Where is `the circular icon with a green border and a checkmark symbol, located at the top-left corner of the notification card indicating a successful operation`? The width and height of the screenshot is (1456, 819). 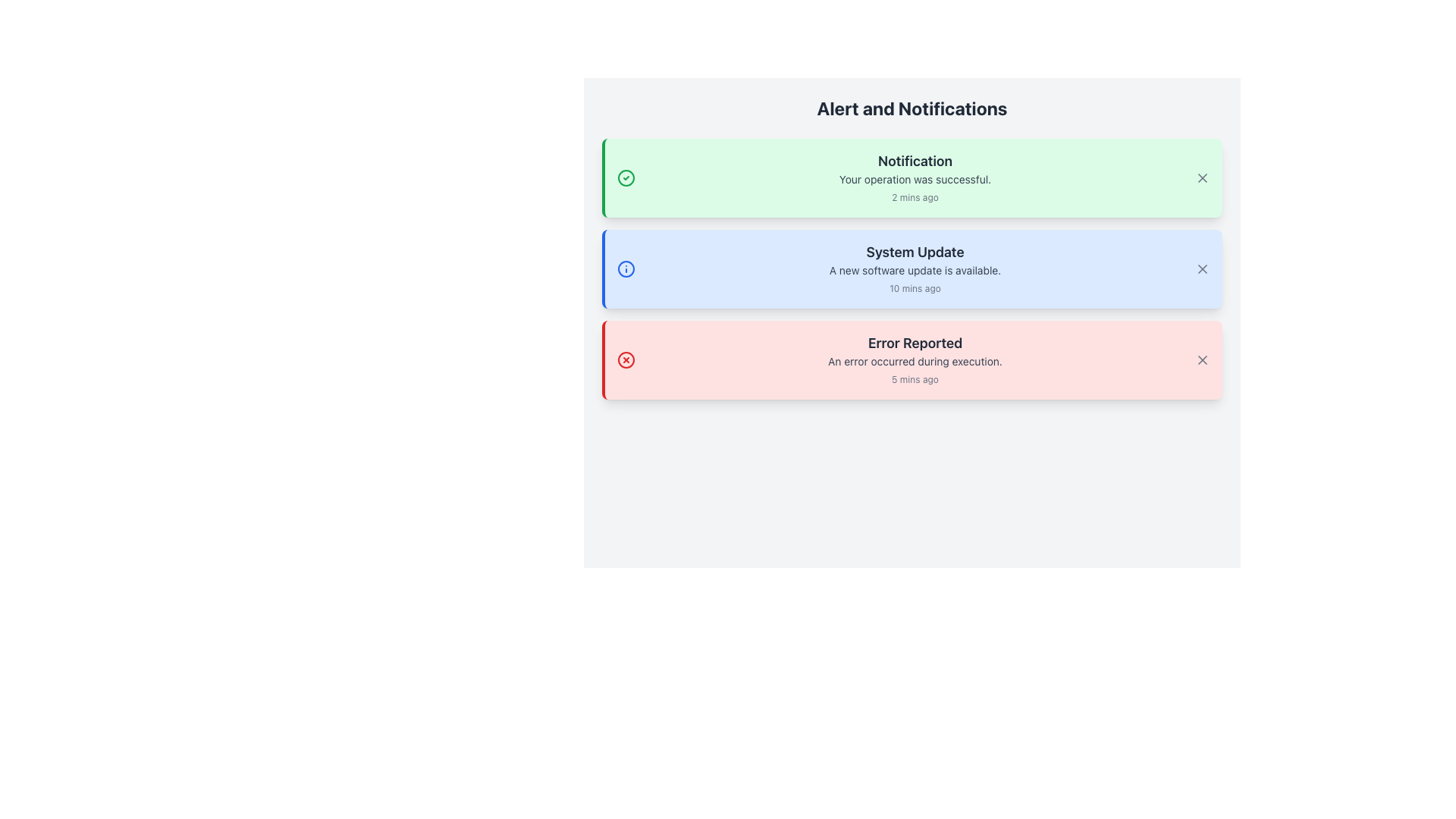 the circular icon with a green border and a checkmark symbol, located at the top-left corner of the notification card indicating a successful operation is located at coordinates (626, 177).